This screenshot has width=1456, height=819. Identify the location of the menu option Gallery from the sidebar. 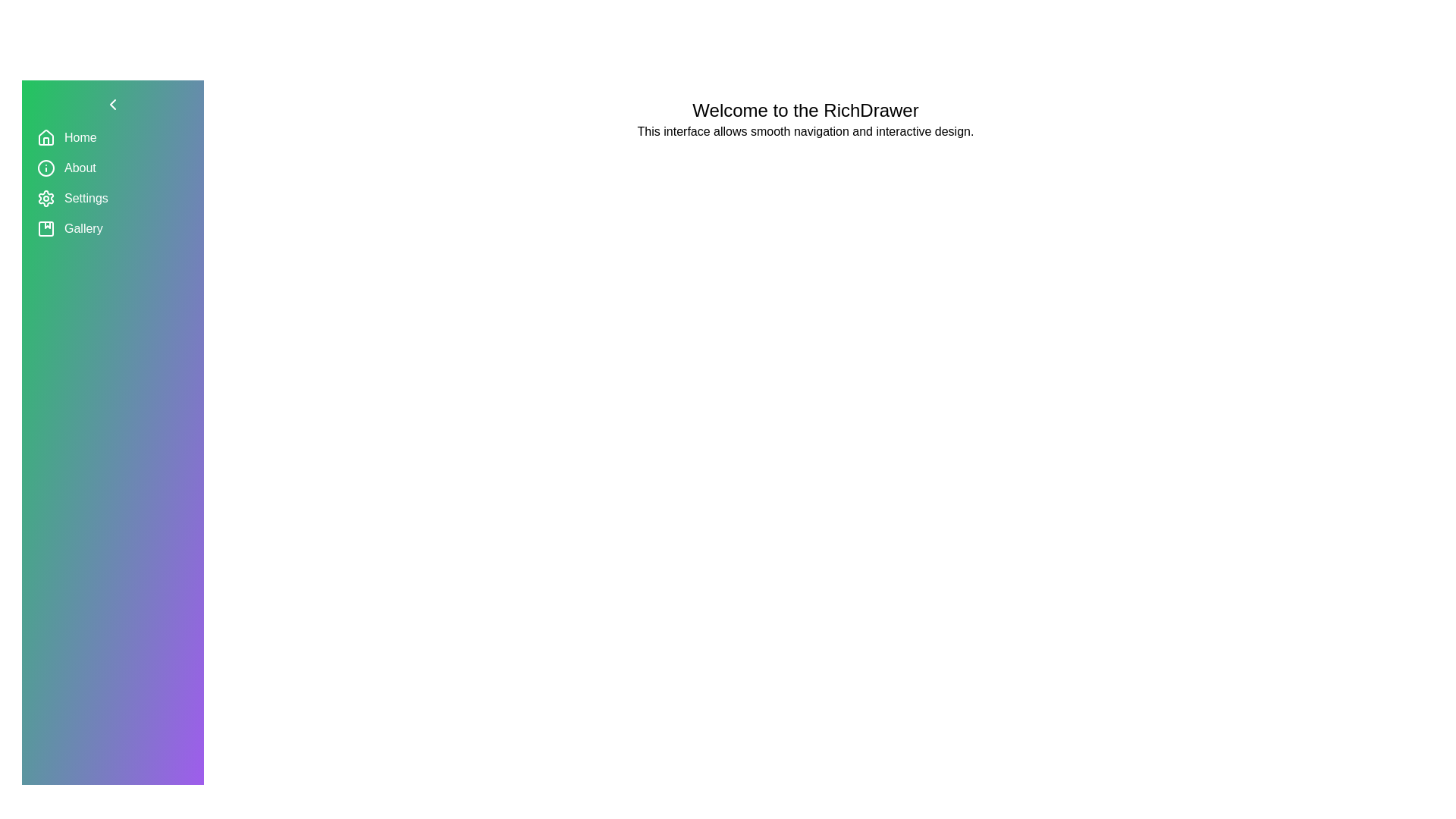
(111, 228).